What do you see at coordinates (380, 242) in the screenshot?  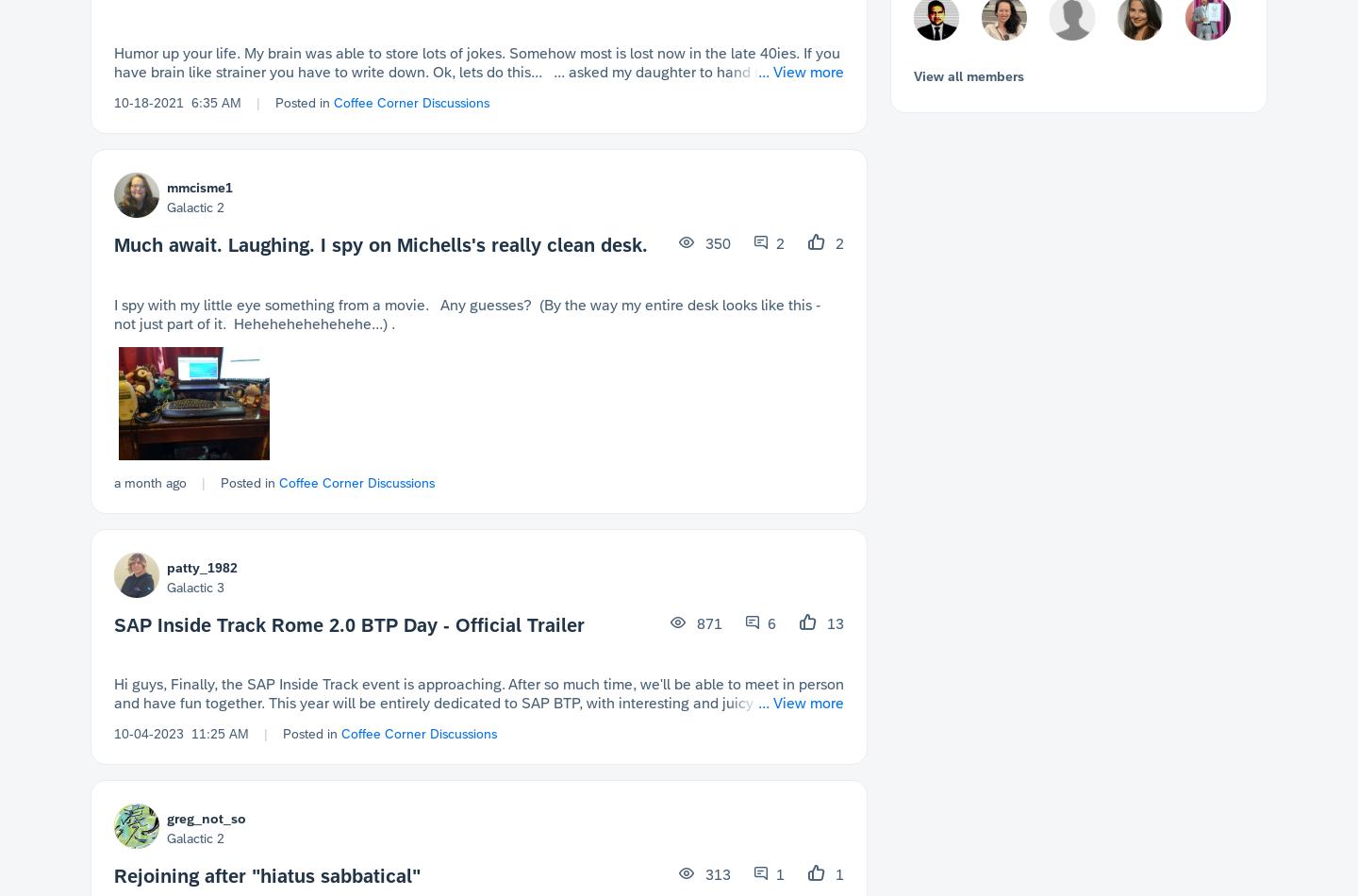 I see `'Much await.  Laughing.   I spy on Michells's really clean desk.'` at bounding box center [380, 242].